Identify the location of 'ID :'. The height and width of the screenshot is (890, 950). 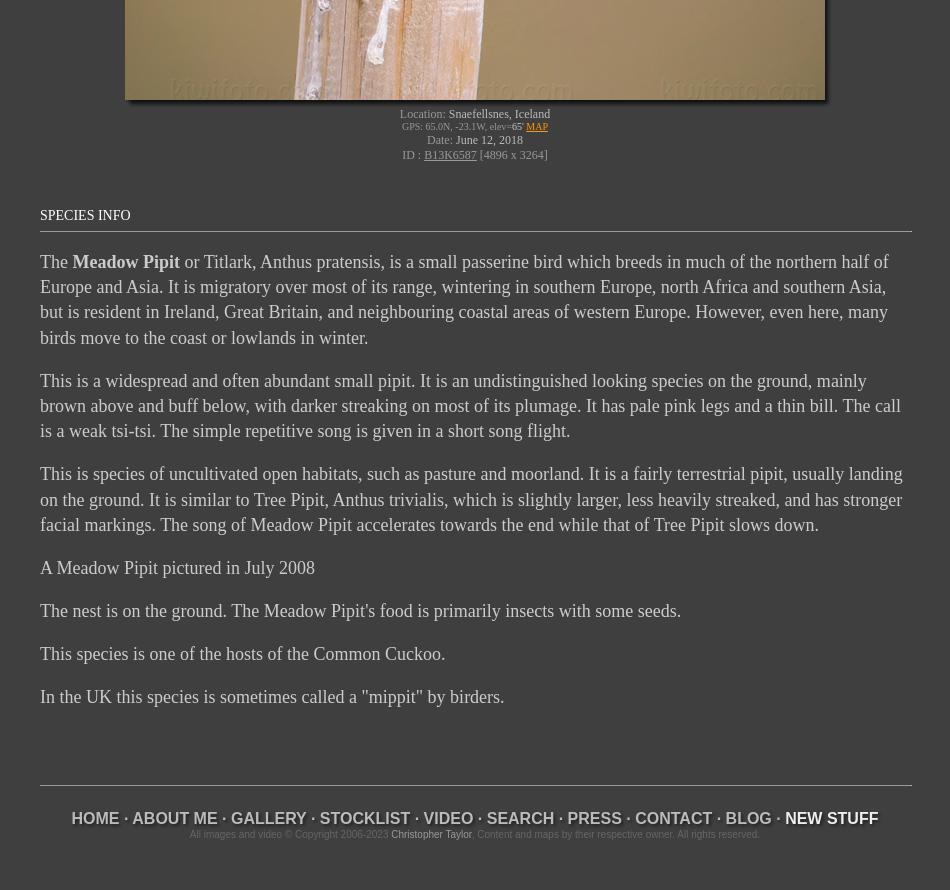
(411, 153).